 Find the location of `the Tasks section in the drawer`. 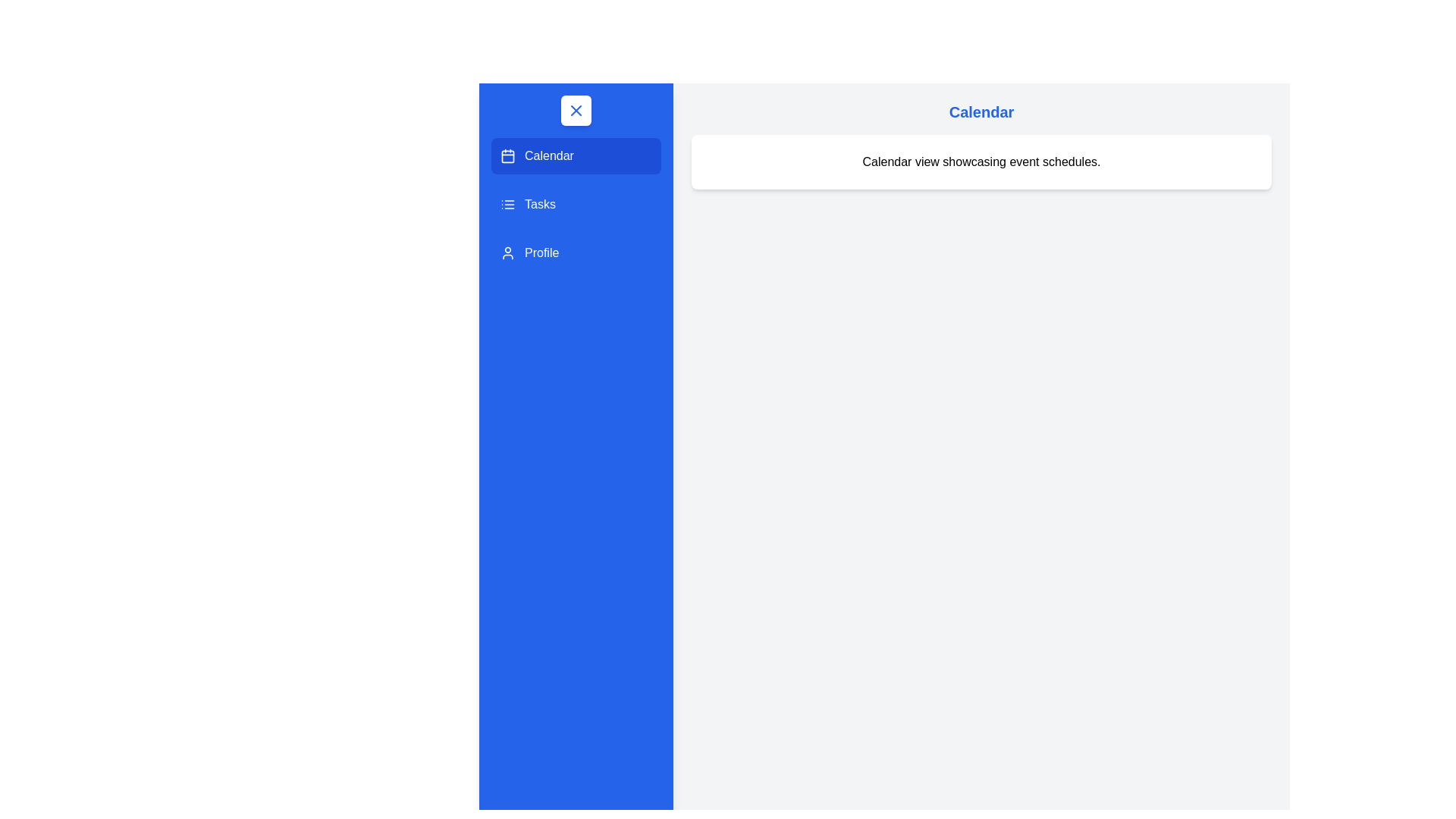

the Tasks section in the drawer is located at coordinates (575, 205).